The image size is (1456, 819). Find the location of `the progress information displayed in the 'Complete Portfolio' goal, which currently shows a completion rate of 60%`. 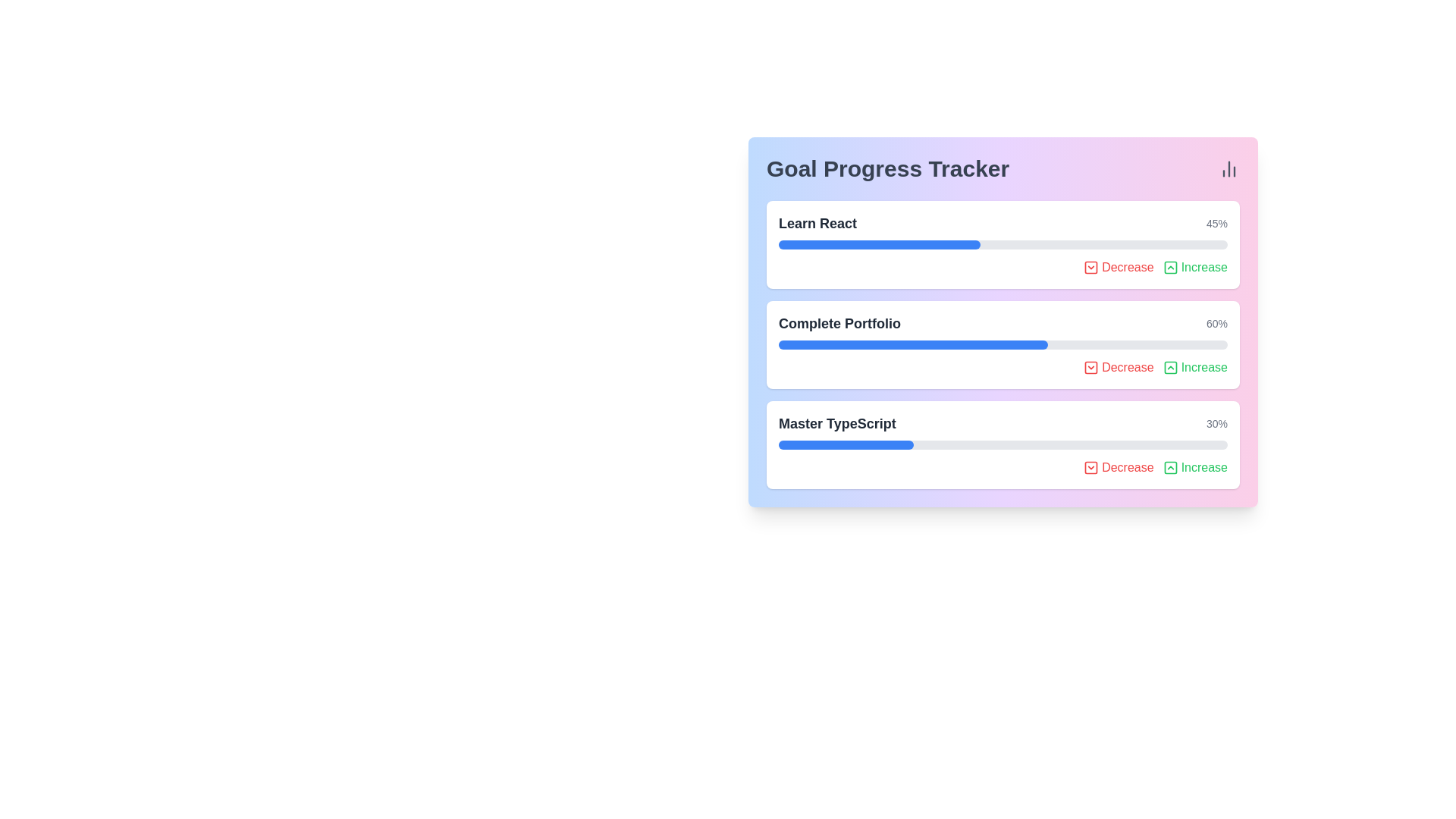

the progress information displayed in the 'Complete Portfolio' goal, which currently shows a completion rate of 60% is located at coordinates (1003, 323).